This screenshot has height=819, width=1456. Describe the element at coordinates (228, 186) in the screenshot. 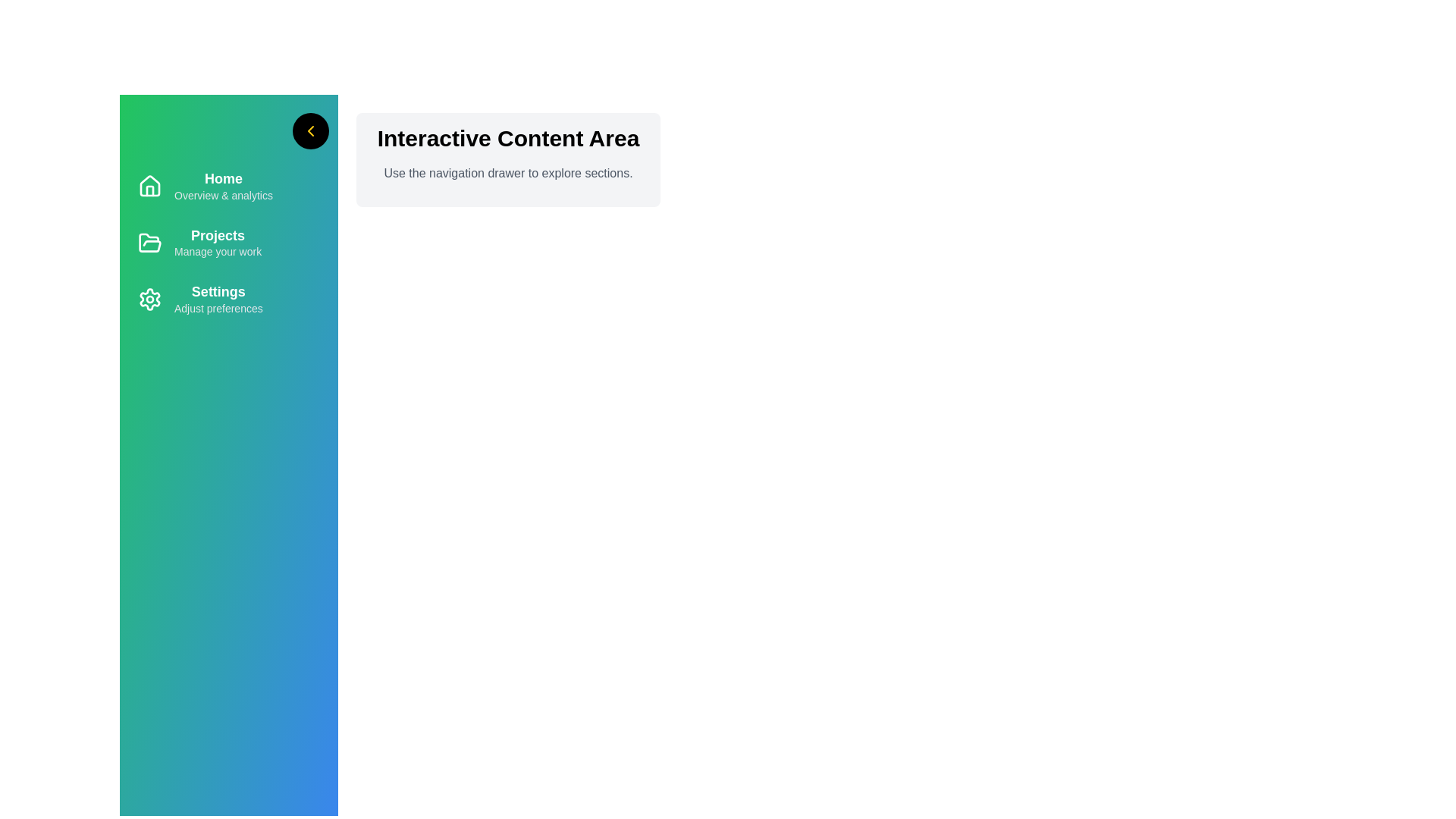

I see `the menu item Home to highlight it` at that location.